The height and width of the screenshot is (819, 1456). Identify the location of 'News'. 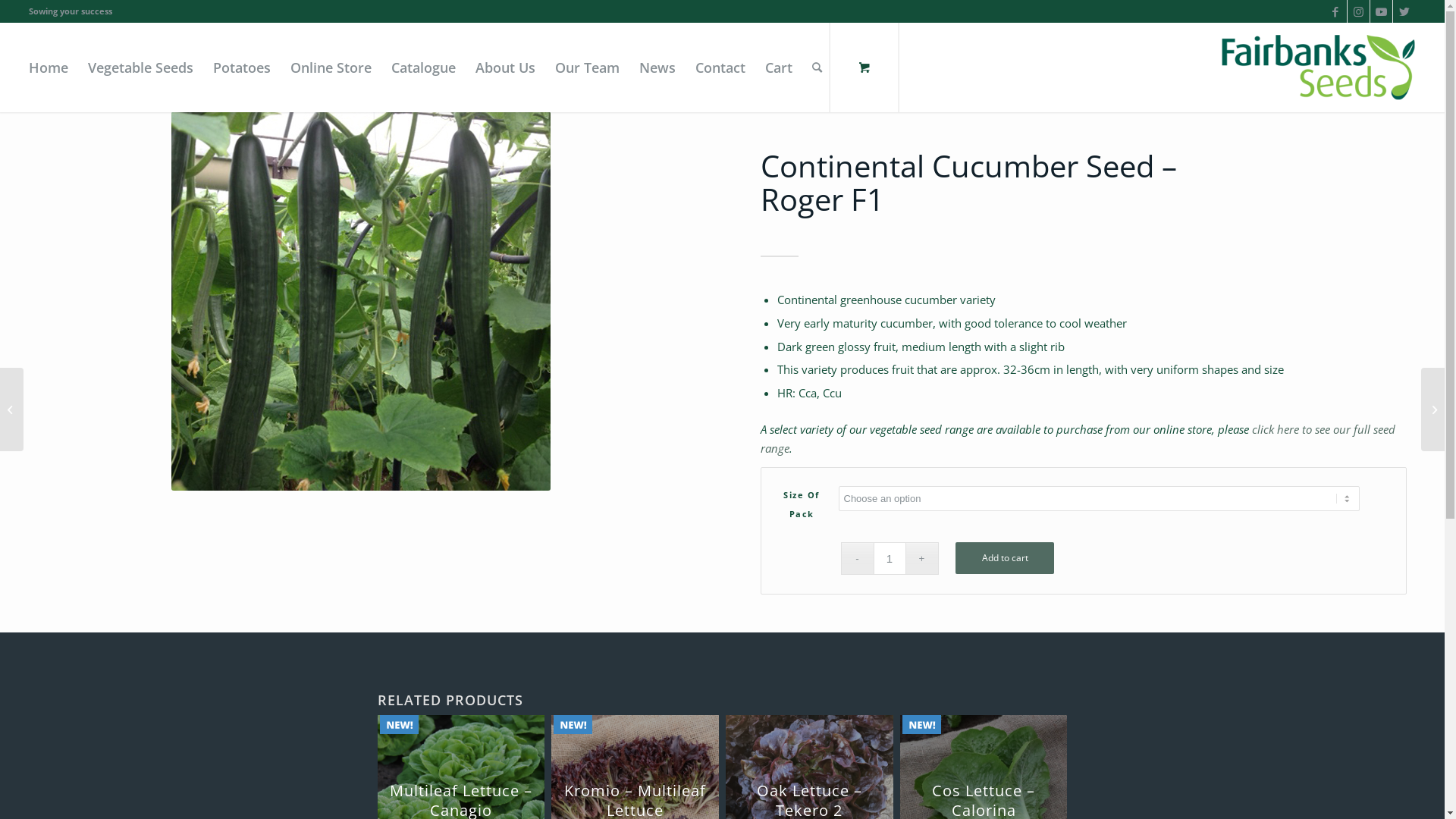
(657, 66).